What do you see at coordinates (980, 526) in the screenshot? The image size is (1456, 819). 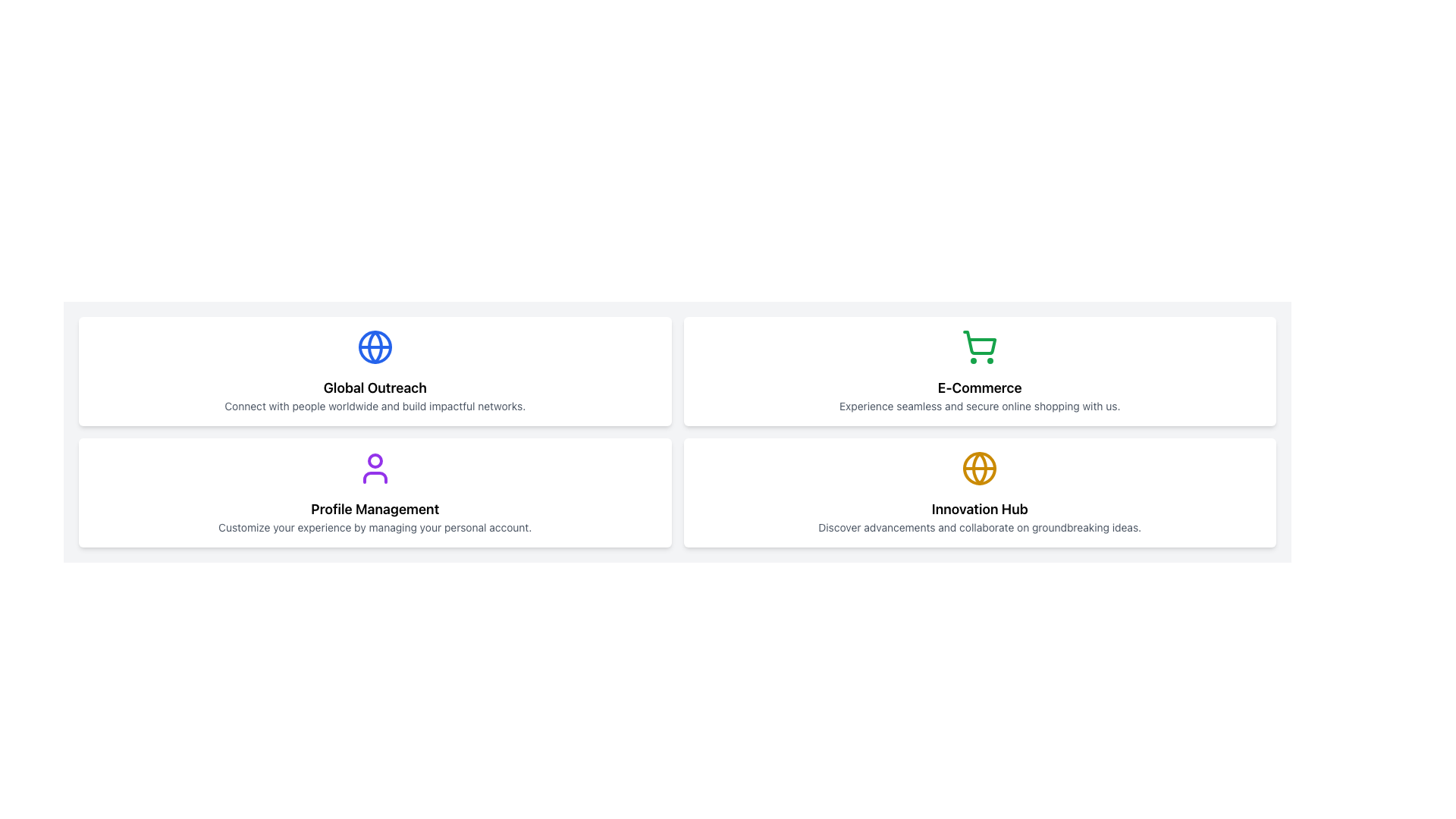 I see `the text label that reads 'Discover advancements and collaborate on groundbreaking ideas.' located at the bottom of the 'Innovation Hub' card` at bounding box center [980, 526].